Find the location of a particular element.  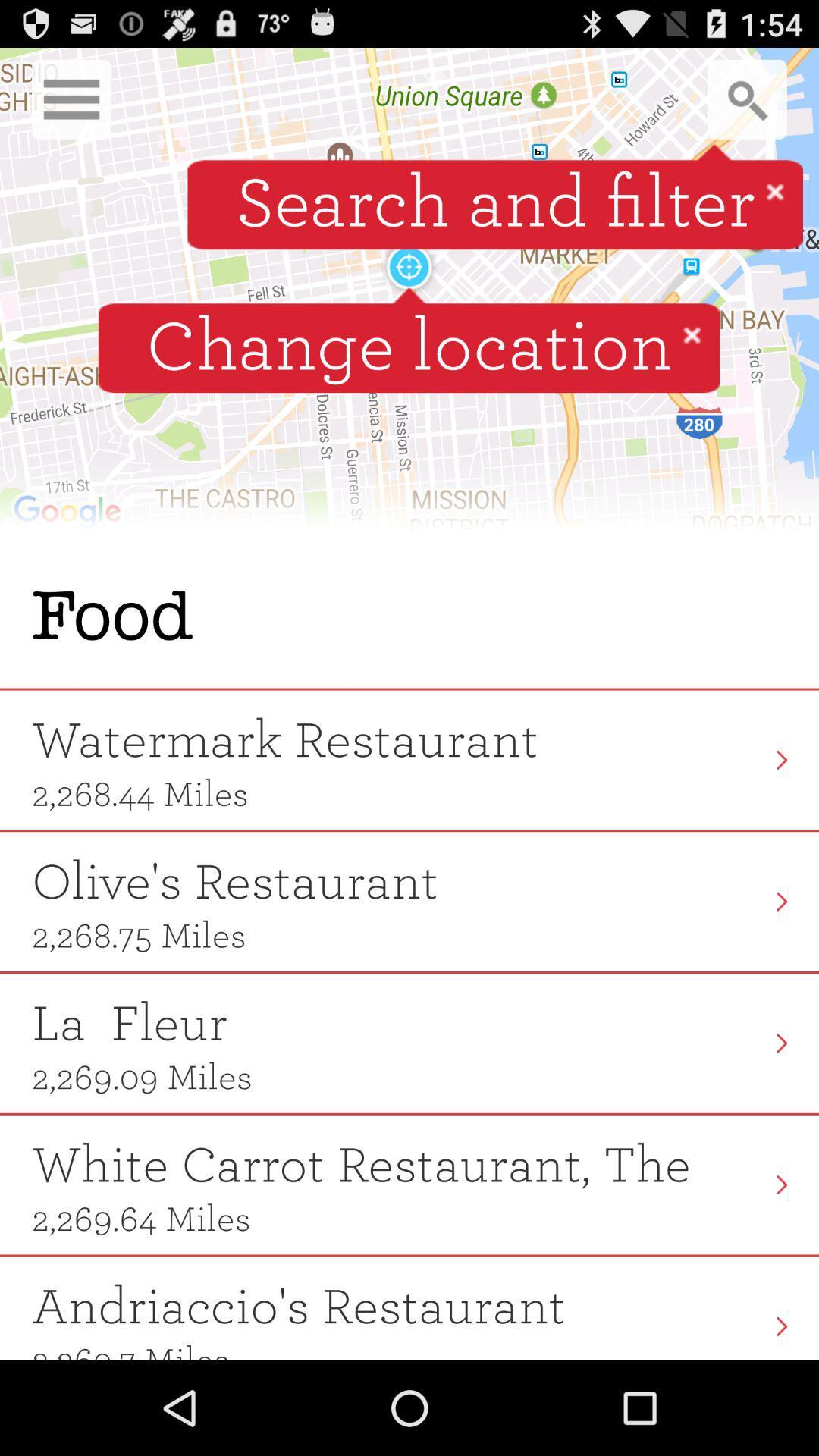

exit option is located at coordinates (692, 334).